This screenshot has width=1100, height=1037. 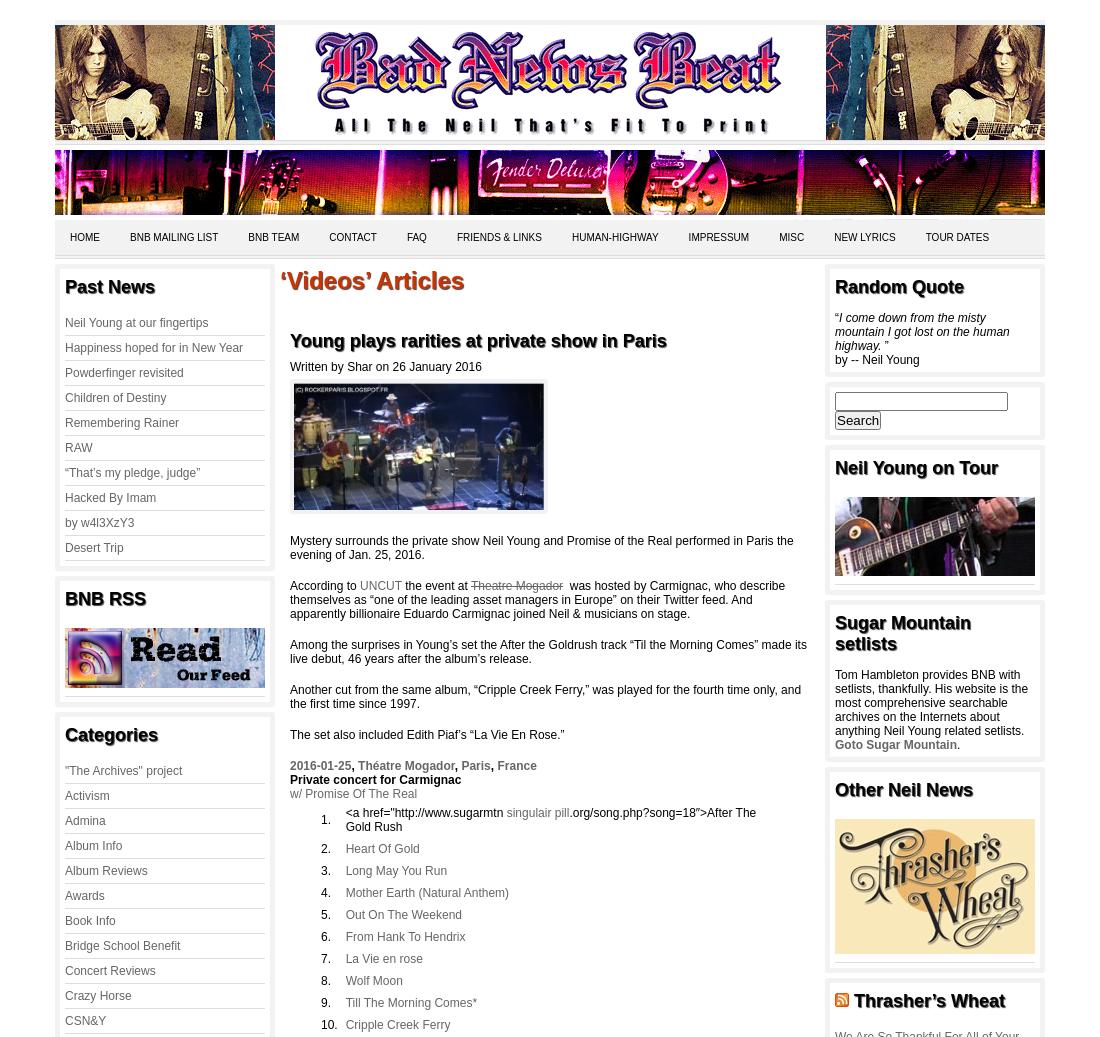 What do you see at coordinates (106, 870) in the screenshot?
I see `'Album Reviews'` at bounding box center [106, 870].